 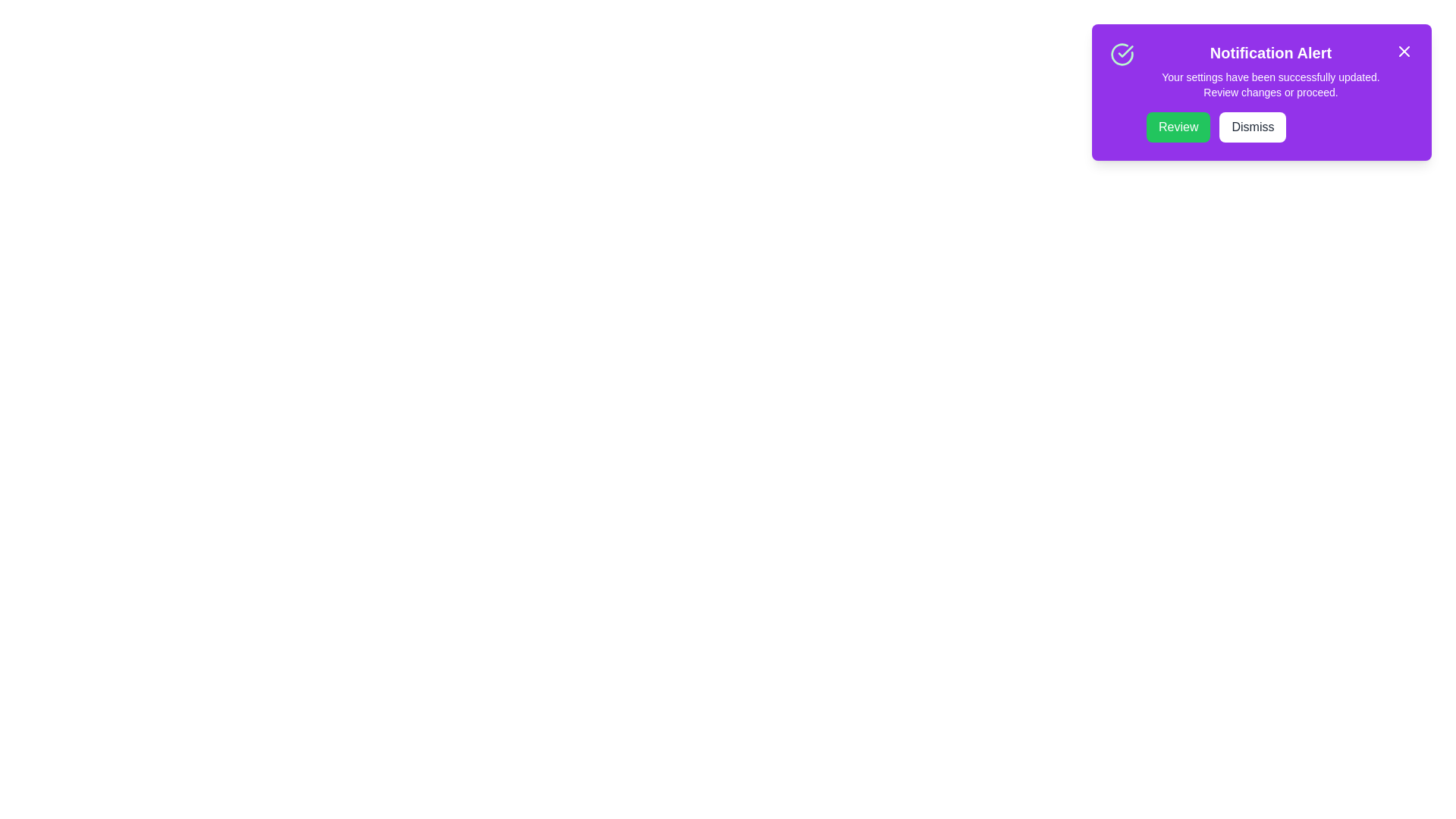 I want to click on the small button with an 'X' icon on a purple background, so click(x=1404, y=51).